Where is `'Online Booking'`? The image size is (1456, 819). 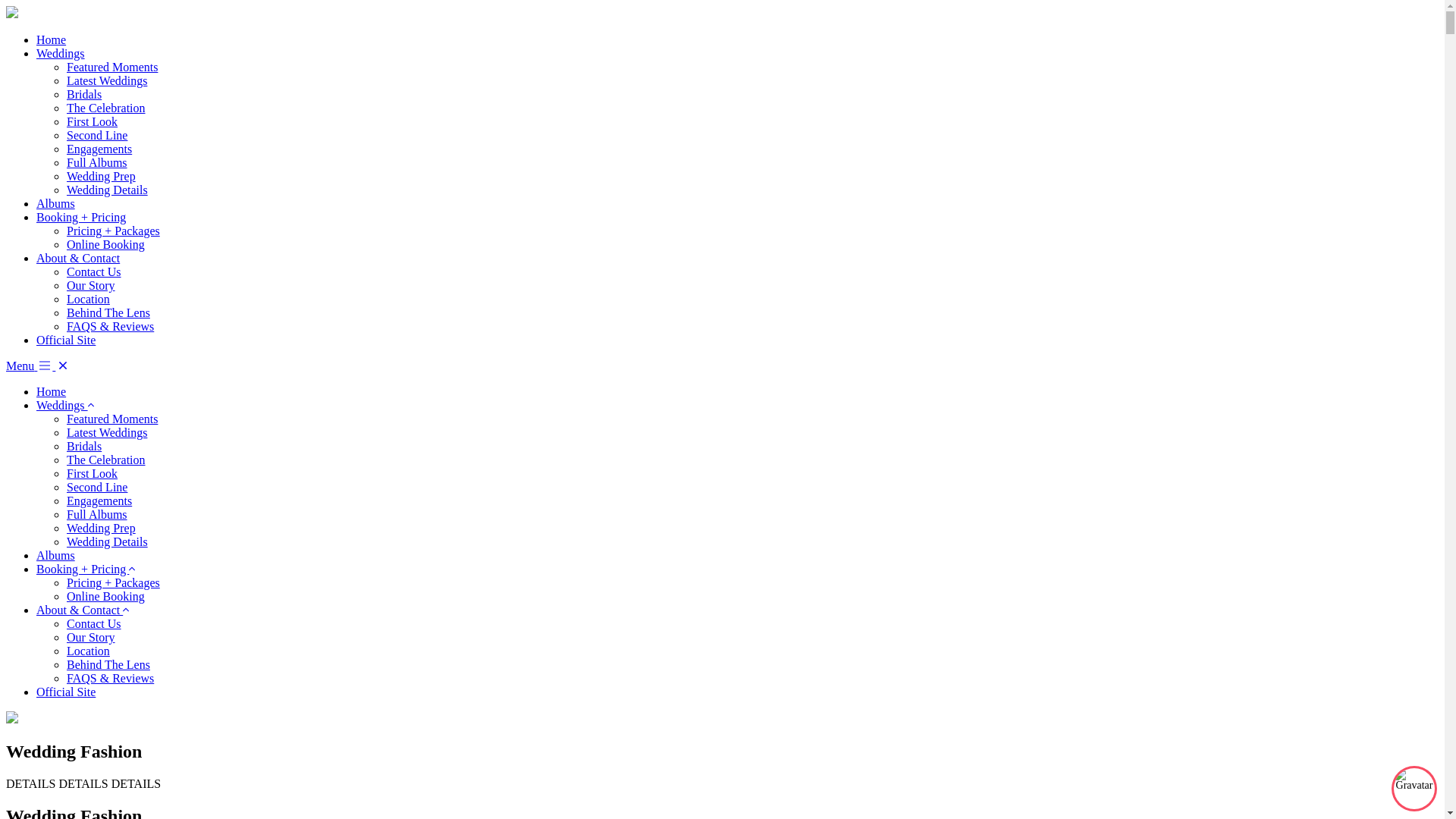 'Online Booking' is located at coordinates (105, 243).